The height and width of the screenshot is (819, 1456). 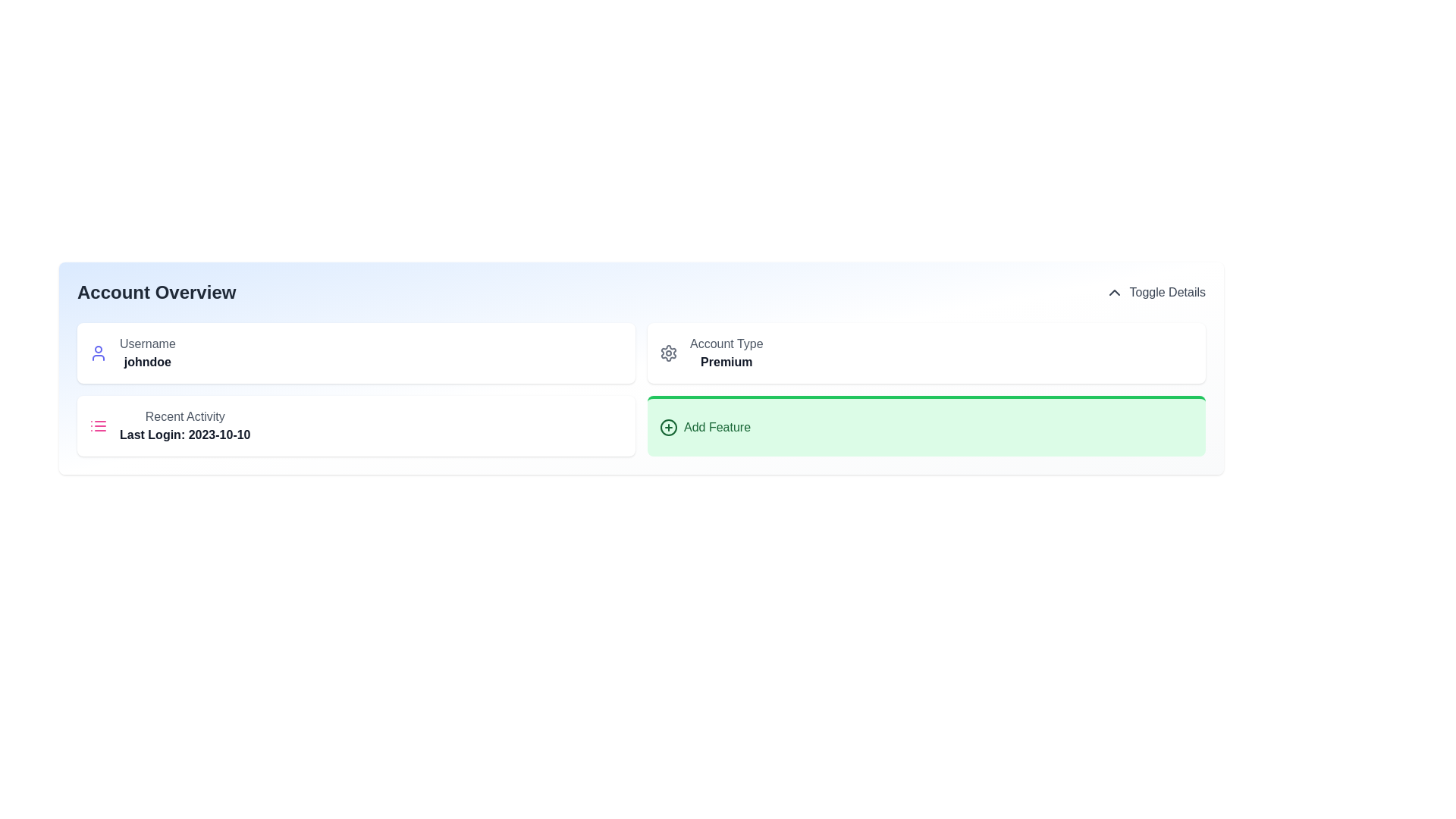 What do you see at coordinates (668, 427) in the screenshot?
I see `the circle icon containing a plus sign, located to the left of the 'Add Feature' text, to initiate the addition of a new feature` at bounding box center [668, 427].